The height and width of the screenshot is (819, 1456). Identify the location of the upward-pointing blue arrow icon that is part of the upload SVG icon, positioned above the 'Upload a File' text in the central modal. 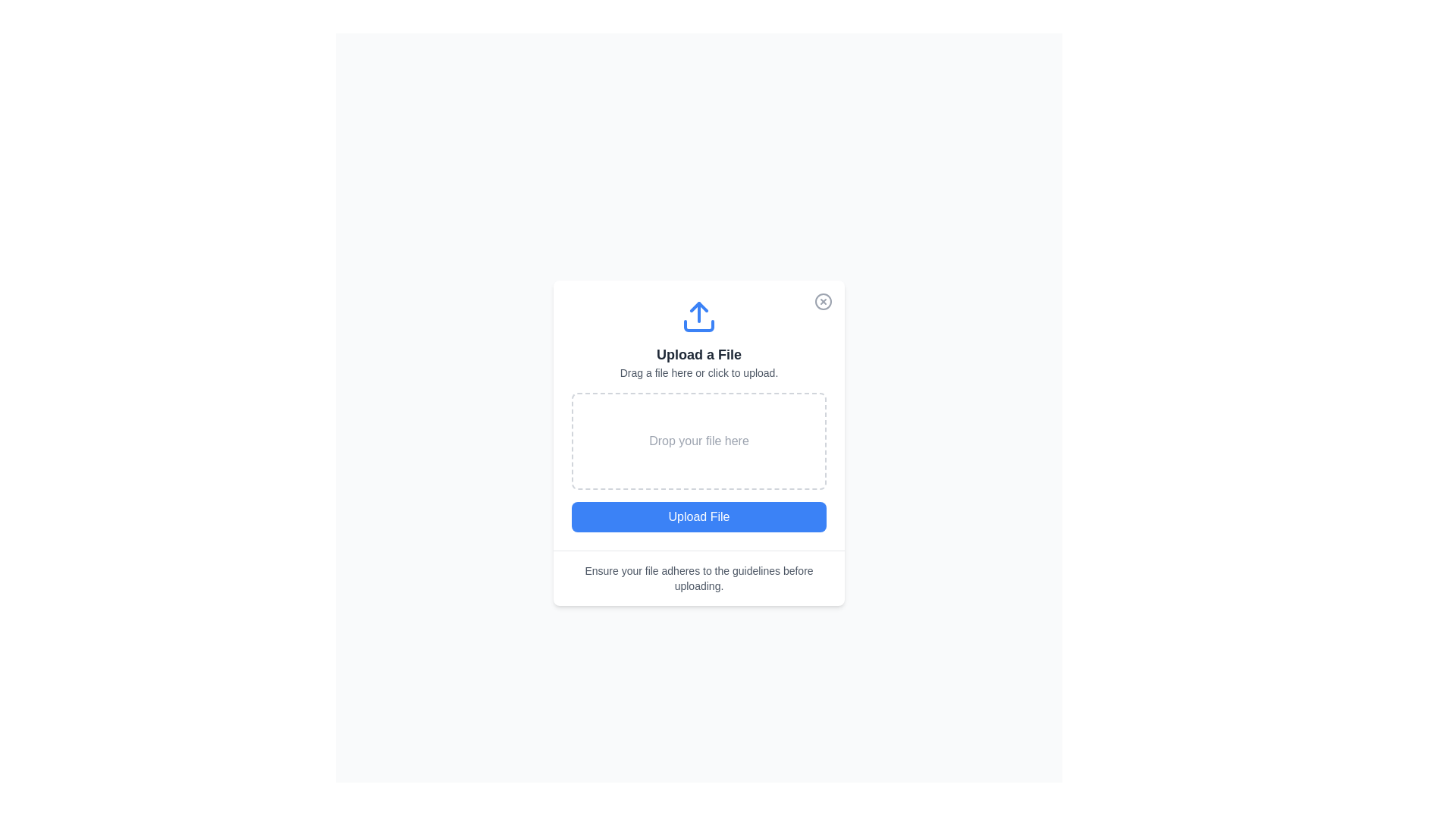
(698, 306).